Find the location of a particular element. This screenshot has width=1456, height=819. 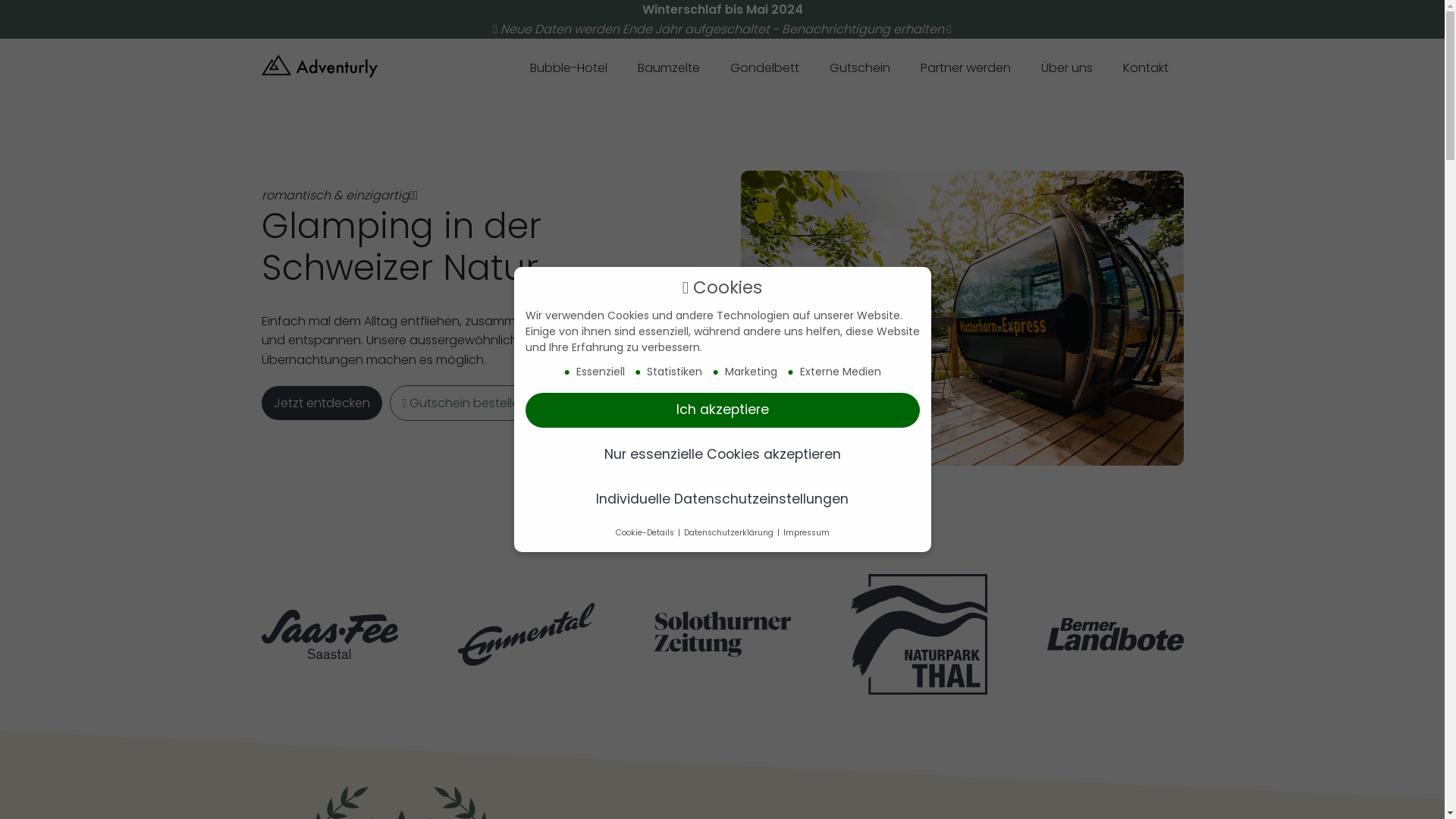

'Baumzelte' is located at coordinates (667, 69).